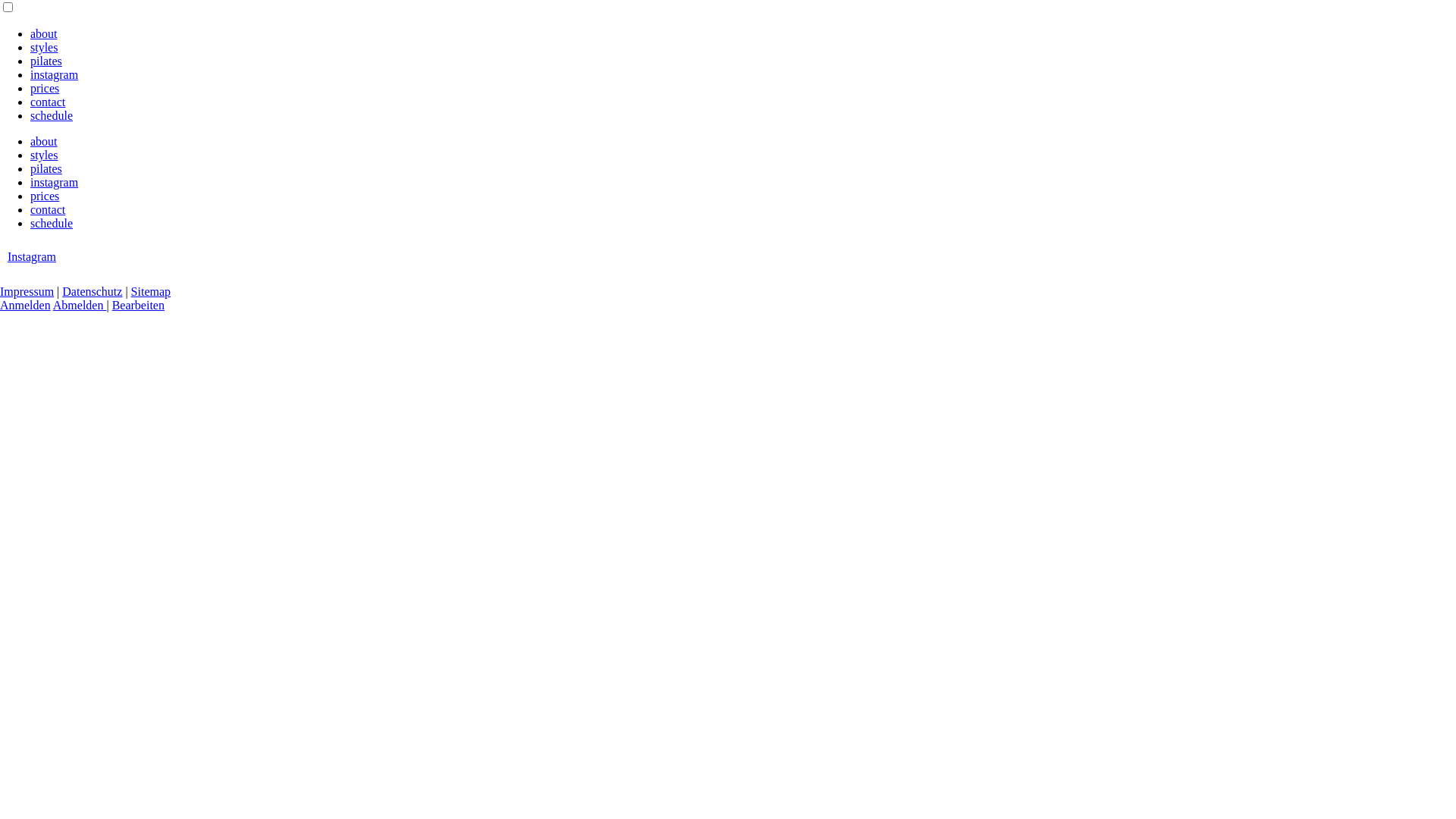 This screenshot has height=819, width=1456. Describe the element at coordinates (46, 168) in the screenshot. I see `'pilates'` at that location.